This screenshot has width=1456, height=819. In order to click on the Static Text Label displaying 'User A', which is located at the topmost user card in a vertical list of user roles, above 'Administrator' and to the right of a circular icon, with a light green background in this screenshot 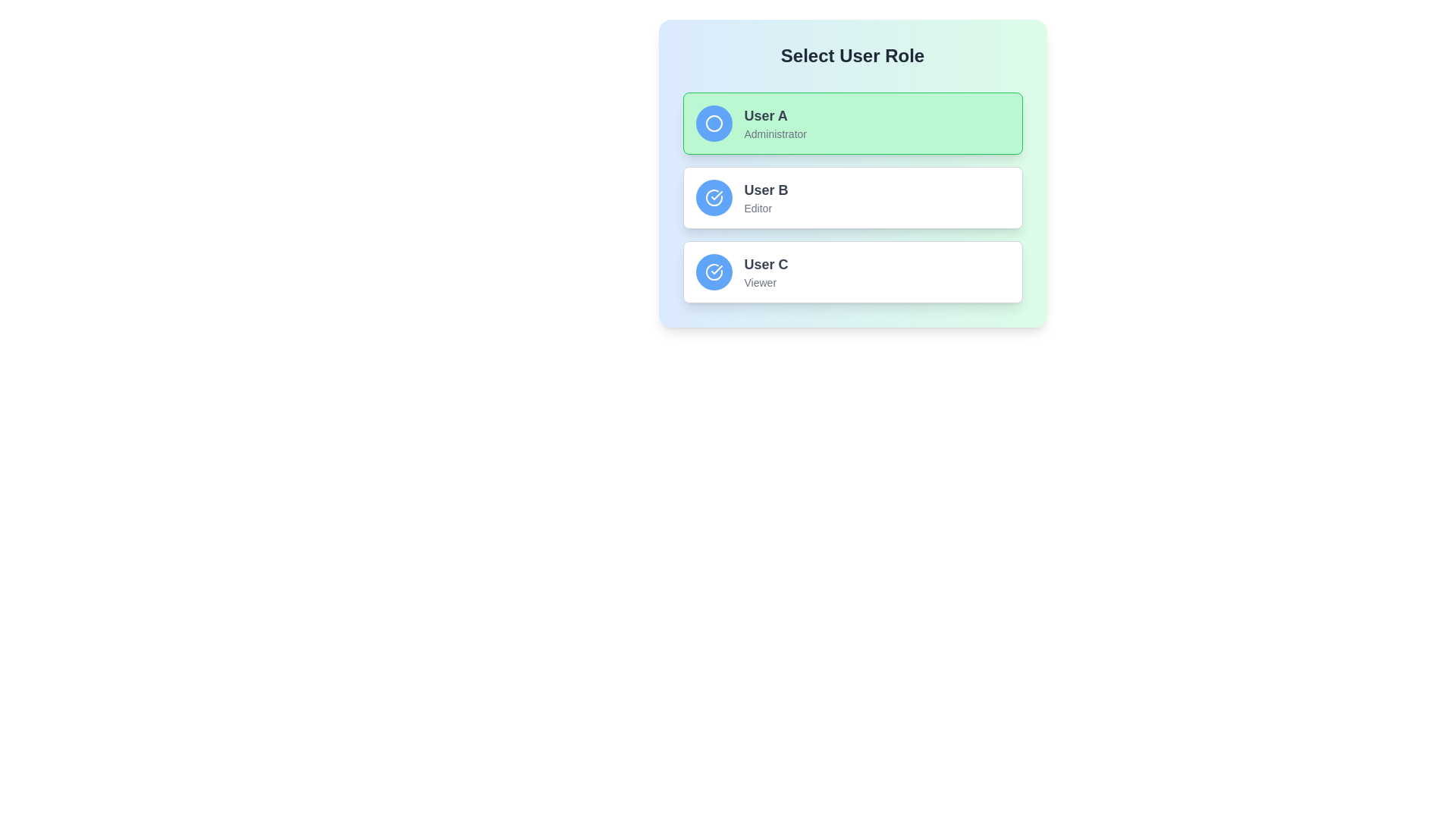, I will do `click(775, 115)`.